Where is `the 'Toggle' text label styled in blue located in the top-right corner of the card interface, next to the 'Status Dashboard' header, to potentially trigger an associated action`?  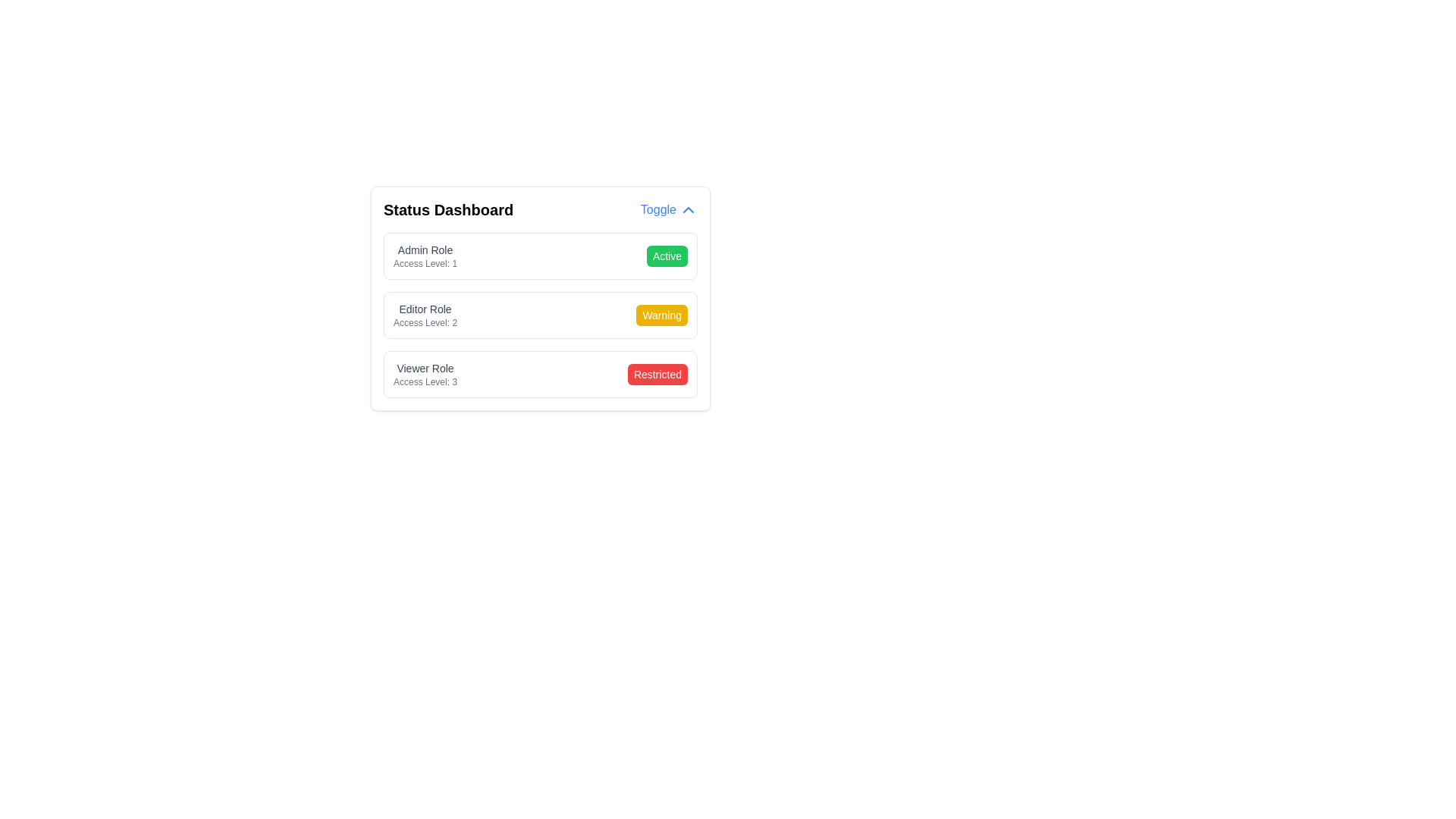
the 'Toggle' text label styled in blue located in the top-right corner of the card interface, next to the 'Status Dashboard' header, to potentially trigger an associated action is located at coordinates (658, 210).